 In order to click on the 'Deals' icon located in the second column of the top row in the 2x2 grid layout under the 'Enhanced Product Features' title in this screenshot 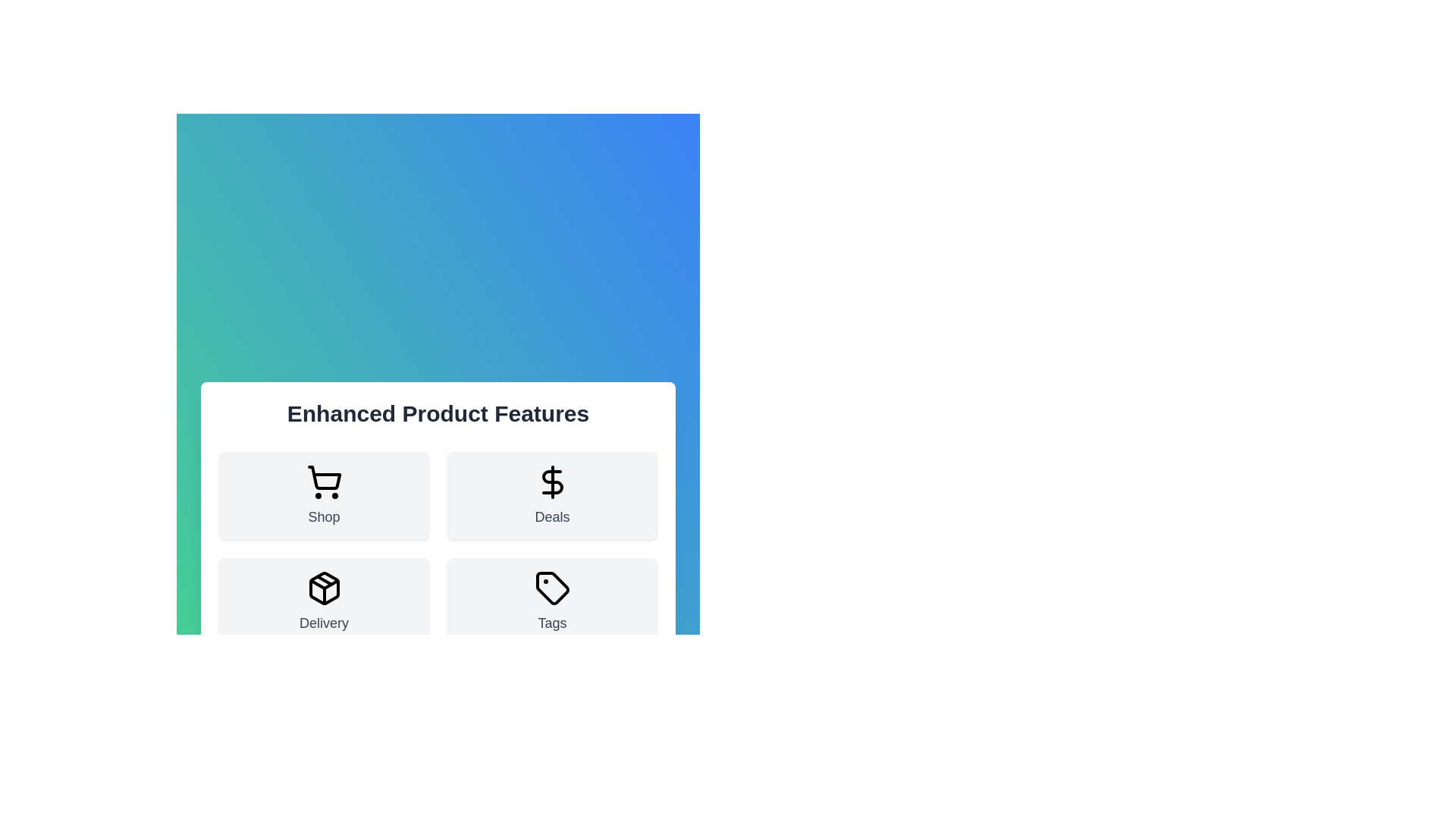, I will do `click(551, 482)`.